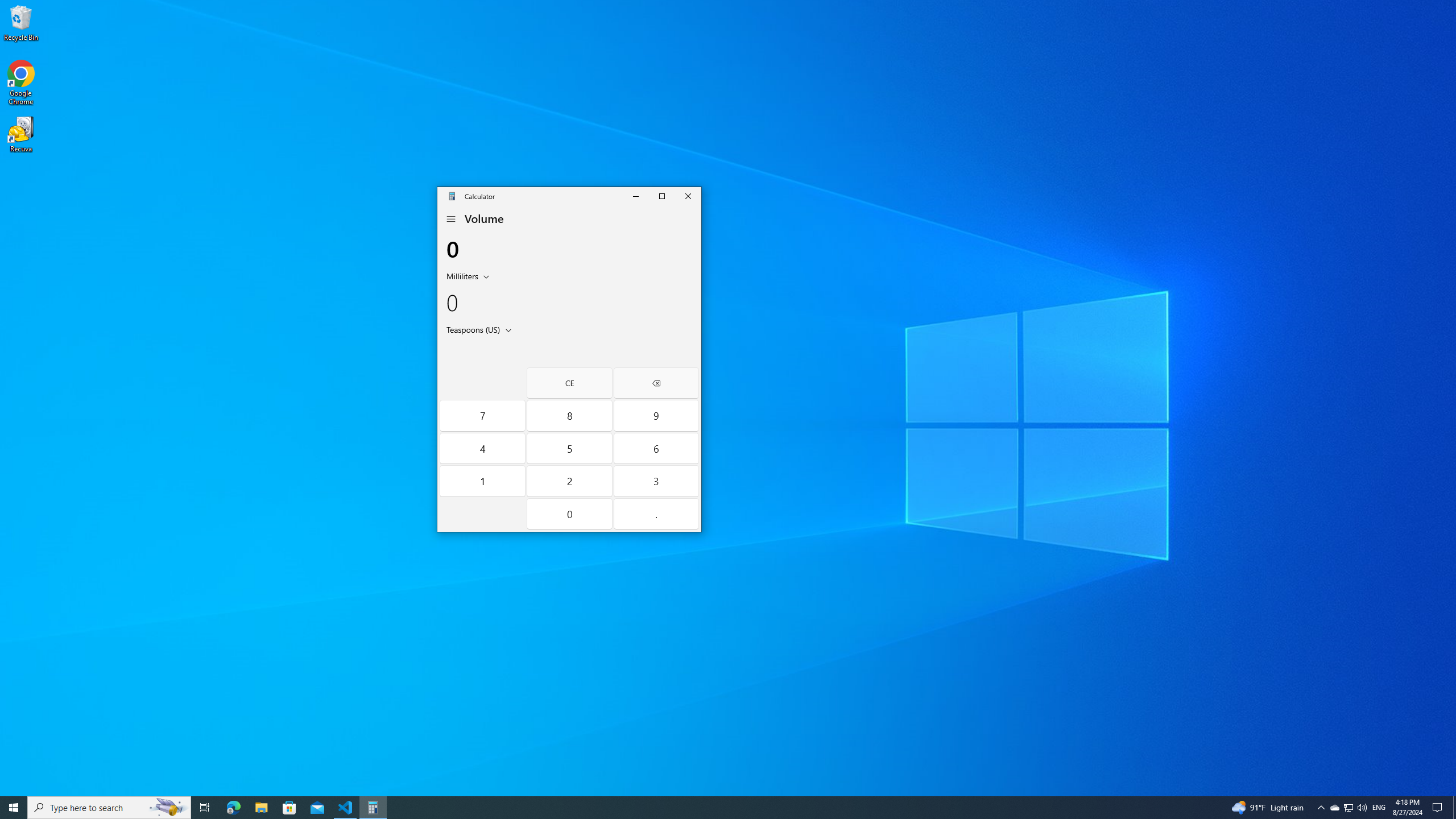 The width and height of the screenshot is (1456, 819). I want to click on 'Minimize Calculator', so click(635, 196).